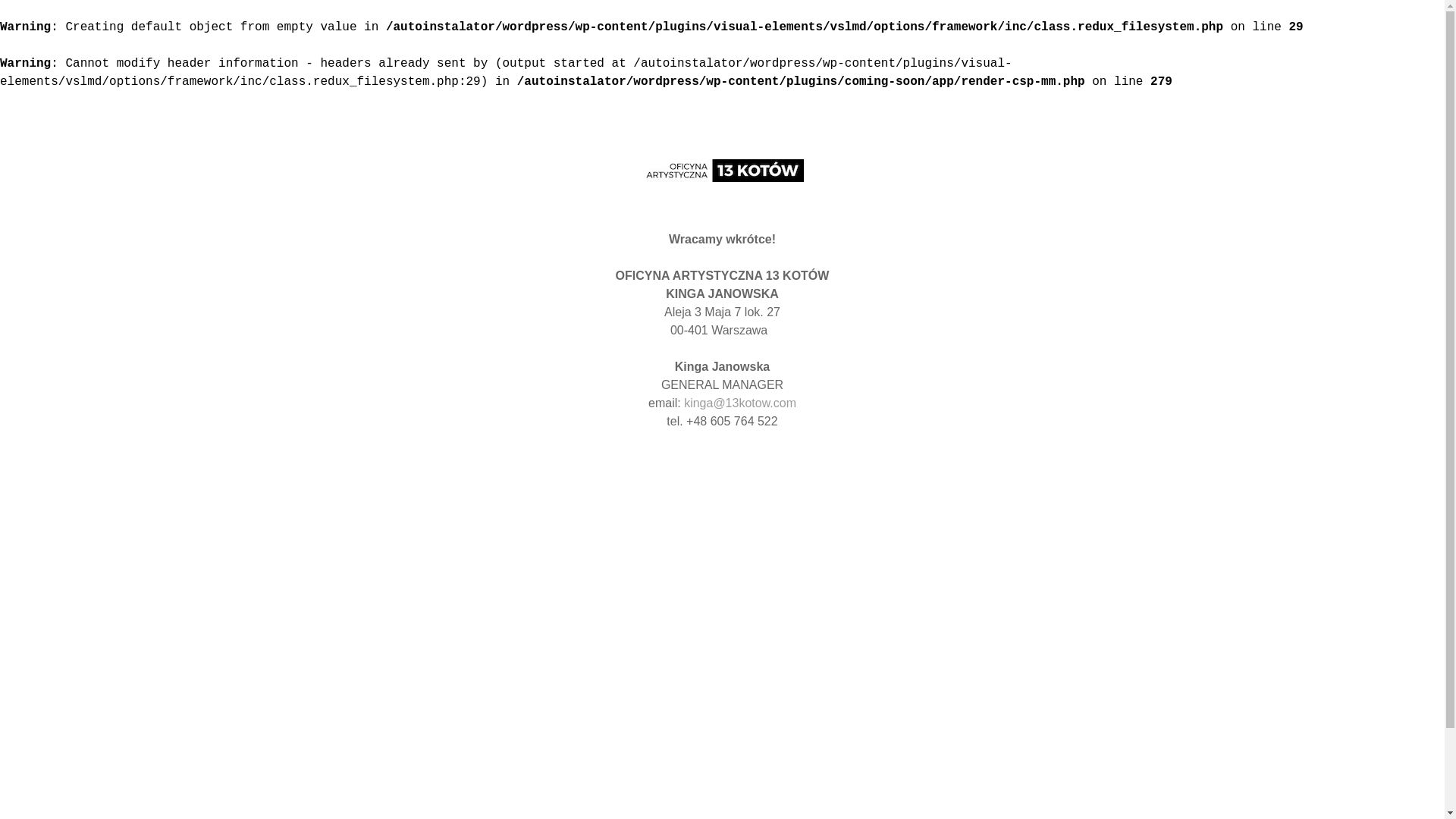  Describe the element at coordinates (739, 402) in the screenshot. I see `'kinga@13kotow.com'` at that location.